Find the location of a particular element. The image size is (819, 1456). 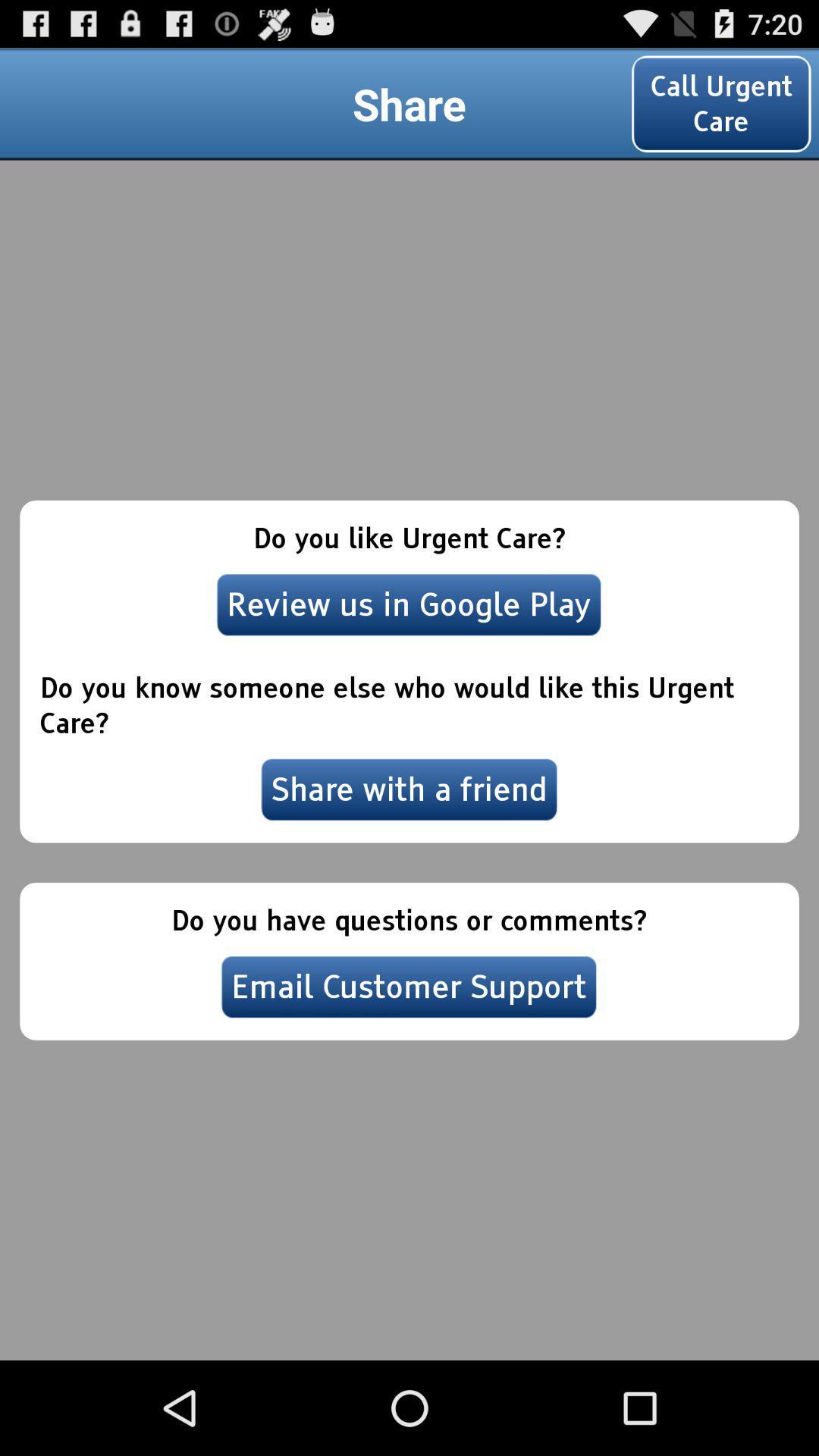

item below the do you know icon is located at coordinates (409, 789).